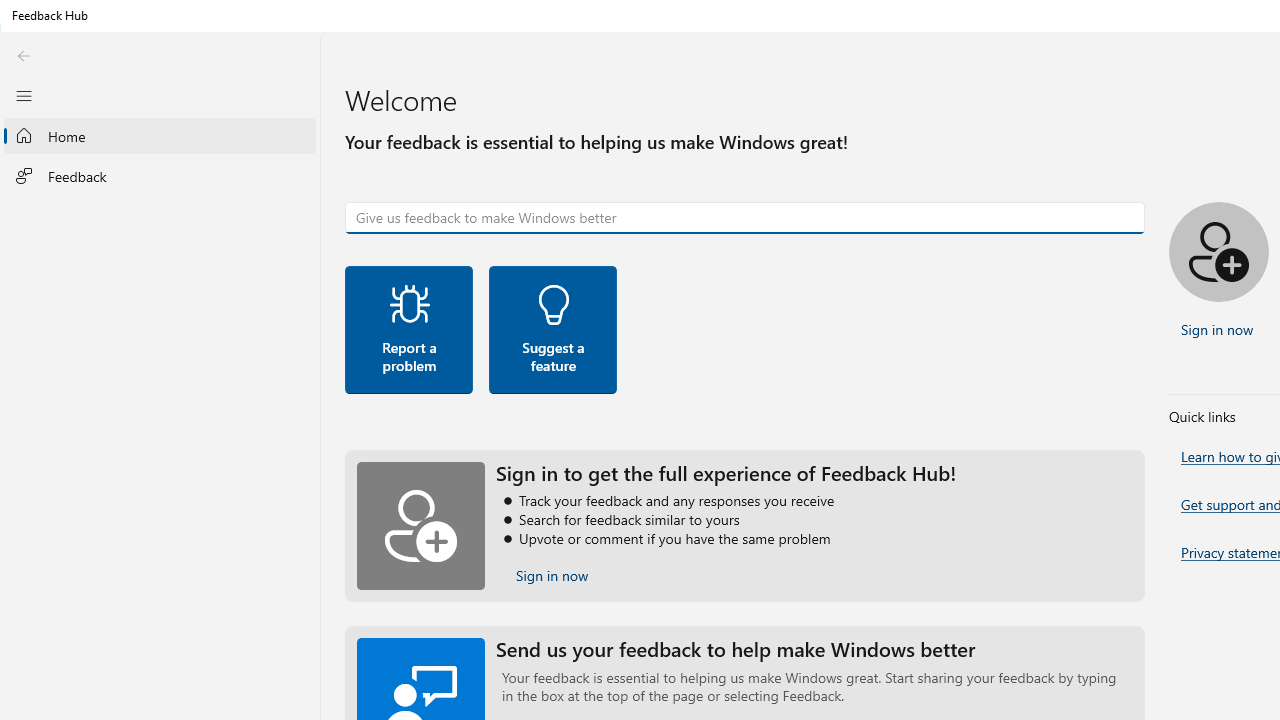  What do you see at coordinates (160, 174) in the screenshot?
I see `'Feedback'` at bounding box center [160, 174].